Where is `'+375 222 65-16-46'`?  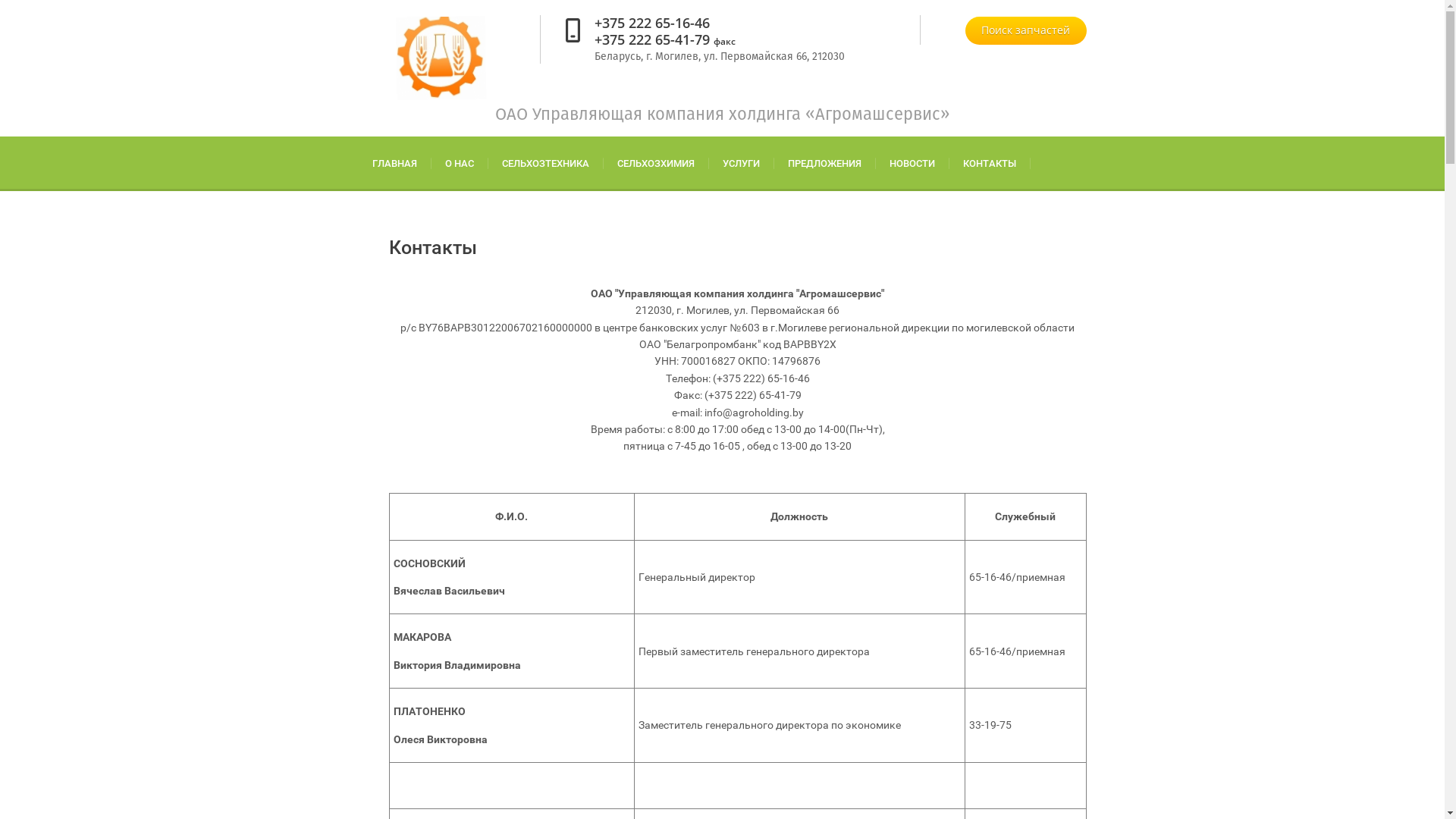 '+375 222 65-16-46' is located at coordinates (593, 23).